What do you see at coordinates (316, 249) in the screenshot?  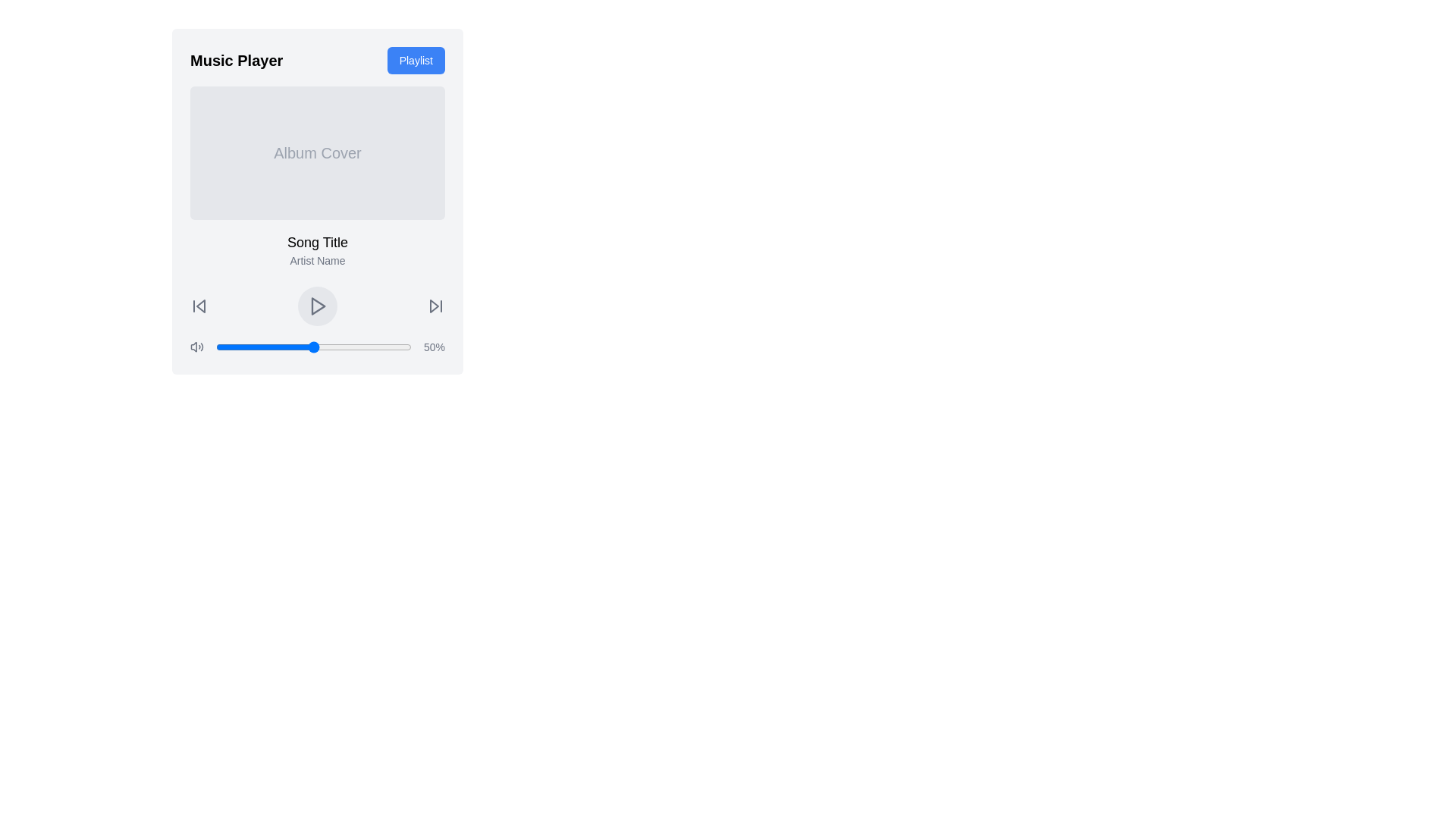 I see `the text label displaying 'Song Title' and 'Artist Name', which is located below the image placeholder and above the music controls section` at bounding box center [316, 249].